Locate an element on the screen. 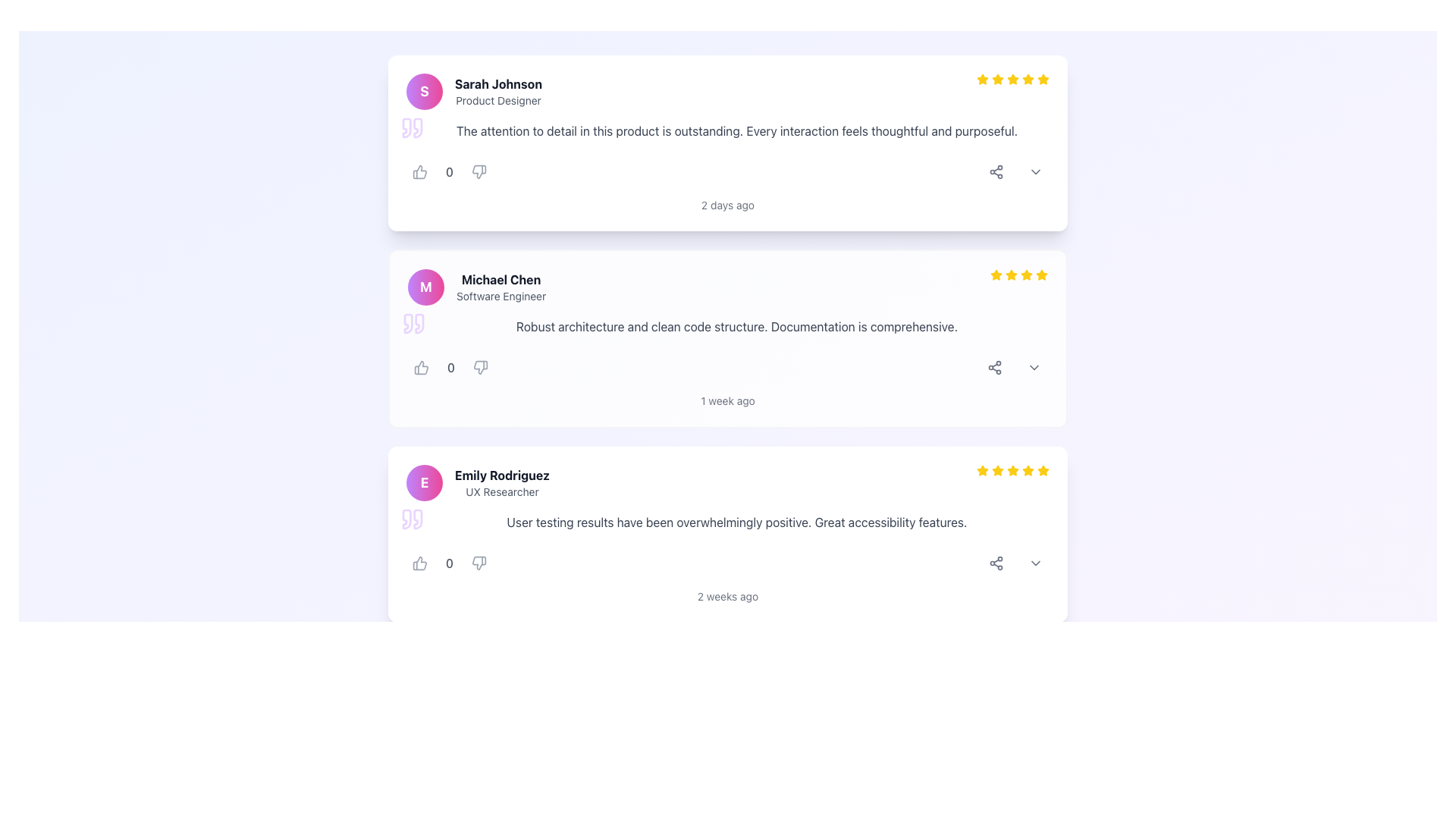  the second star in the rating component is located at coordinates (996, 275).